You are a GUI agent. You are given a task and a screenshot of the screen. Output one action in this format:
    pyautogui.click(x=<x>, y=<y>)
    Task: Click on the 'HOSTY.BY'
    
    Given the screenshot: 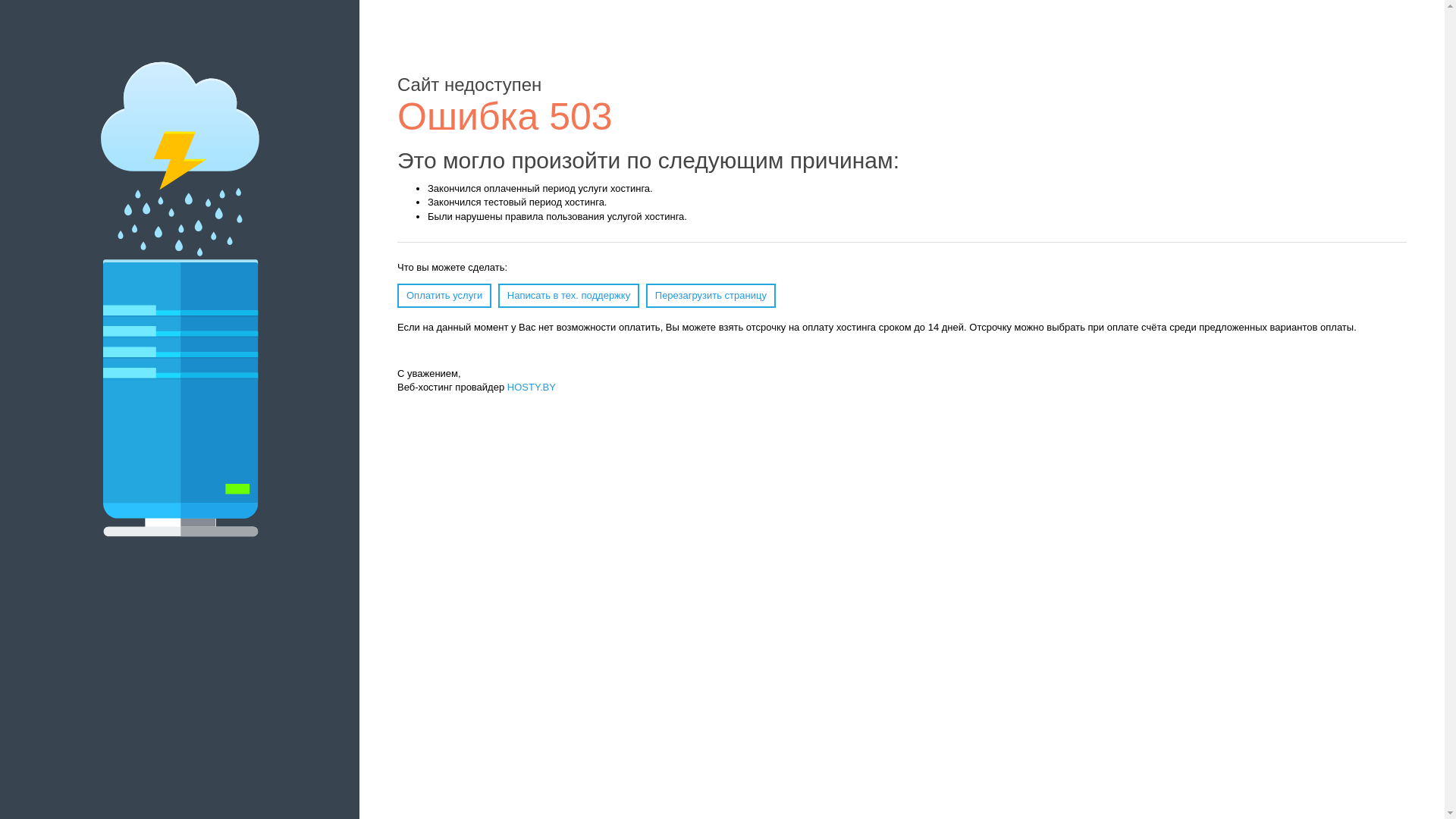 What is the action you would take?
    pyautogui.click(x=531, y=386)
    